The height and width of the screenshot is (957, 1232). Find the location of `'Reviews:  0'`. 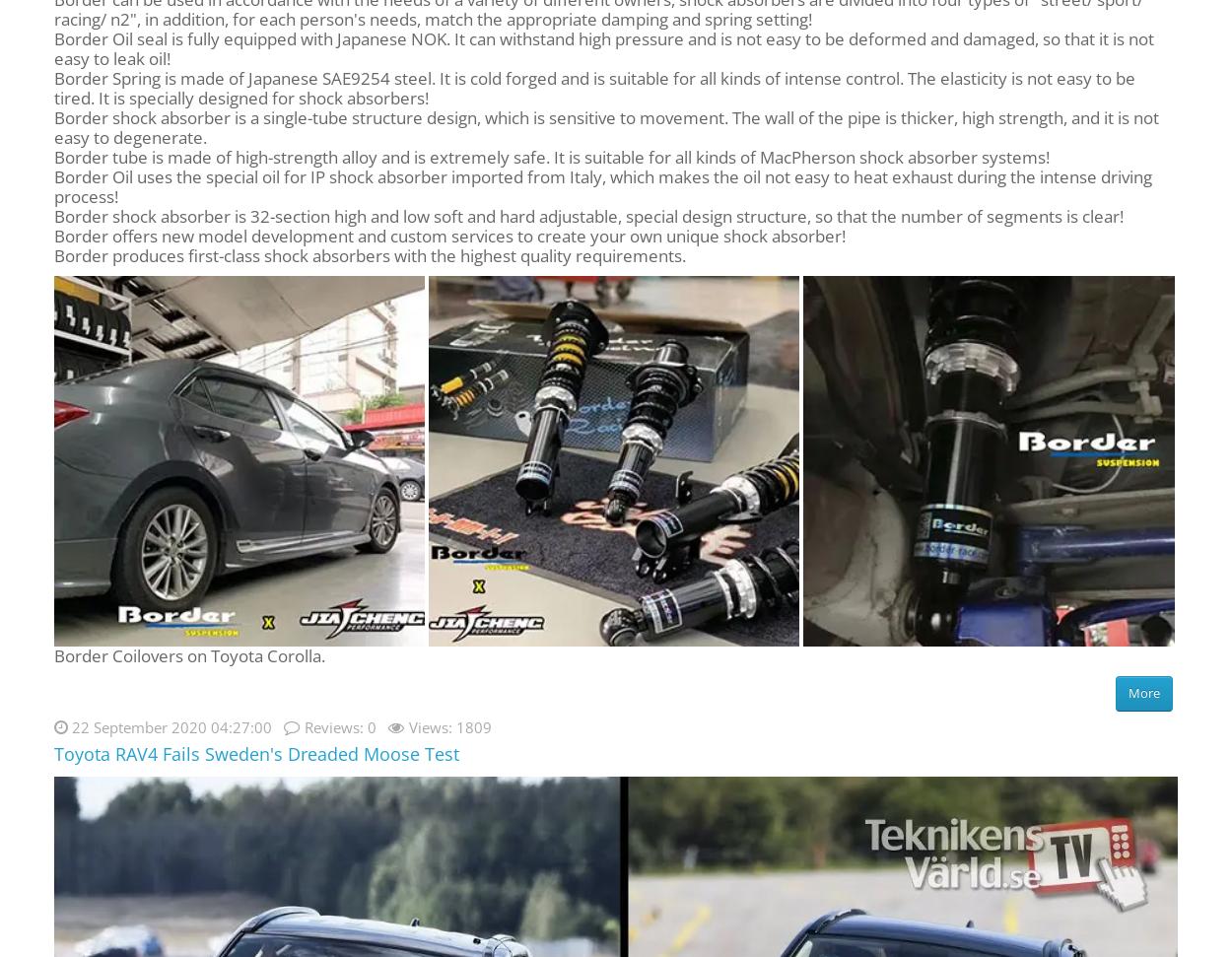

'Reviews:  0' is located at coordinates (339, 724).